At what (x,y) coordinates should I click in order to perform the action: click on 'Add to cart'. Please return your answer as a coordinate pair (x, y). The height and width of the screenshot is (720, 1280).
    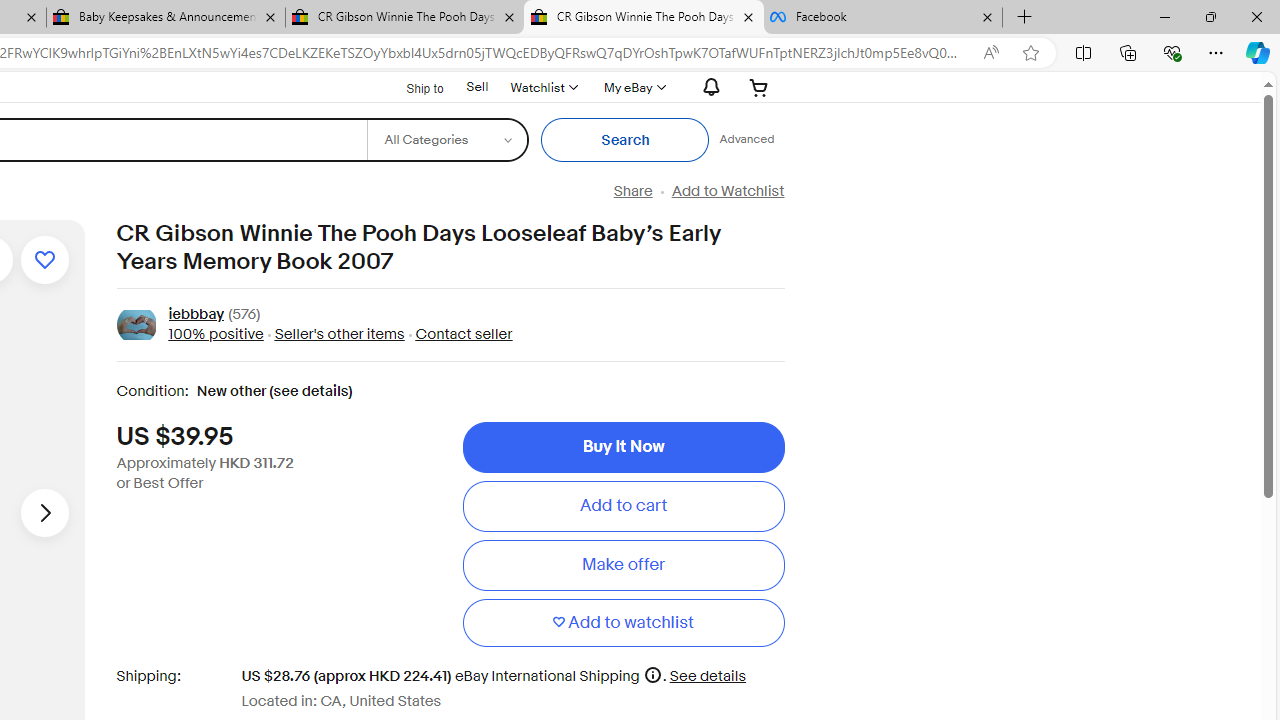
    Looking at the image, I should click on (622, 505).